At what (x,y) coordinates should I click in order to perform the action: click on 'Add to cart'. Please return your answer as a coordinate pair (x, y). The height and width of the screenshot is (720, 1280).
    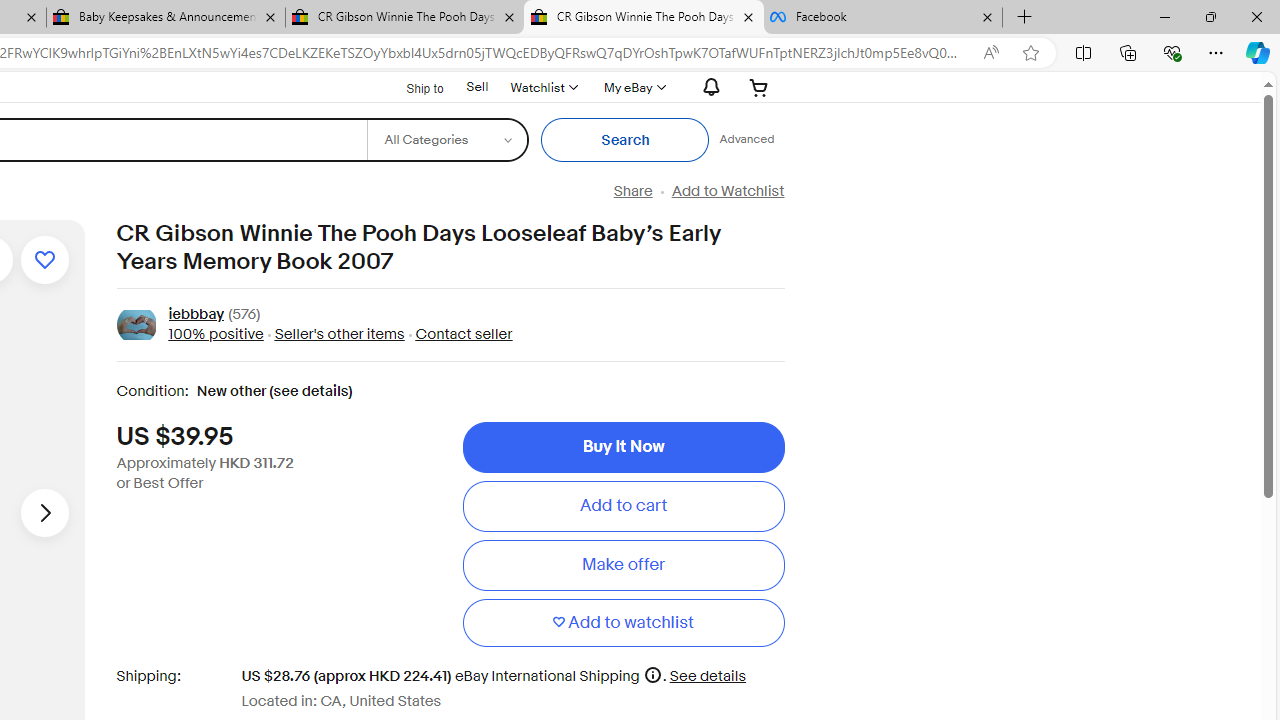
    Looking at the image, I should click on (622, 505).